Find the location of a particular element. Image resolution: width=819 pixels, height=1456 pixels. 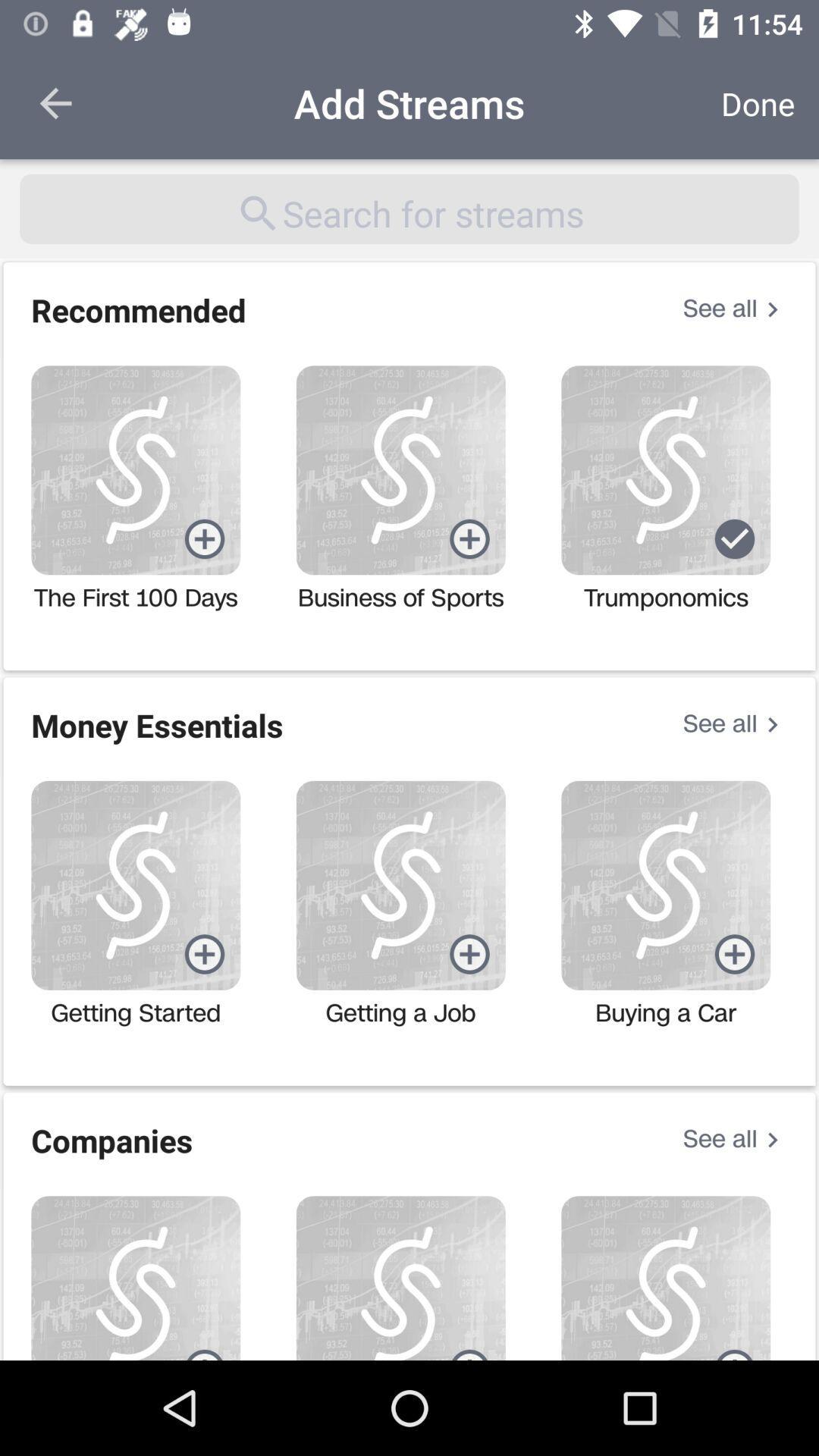

the icon next to the add streams icon is located at coordinates (758, 102).